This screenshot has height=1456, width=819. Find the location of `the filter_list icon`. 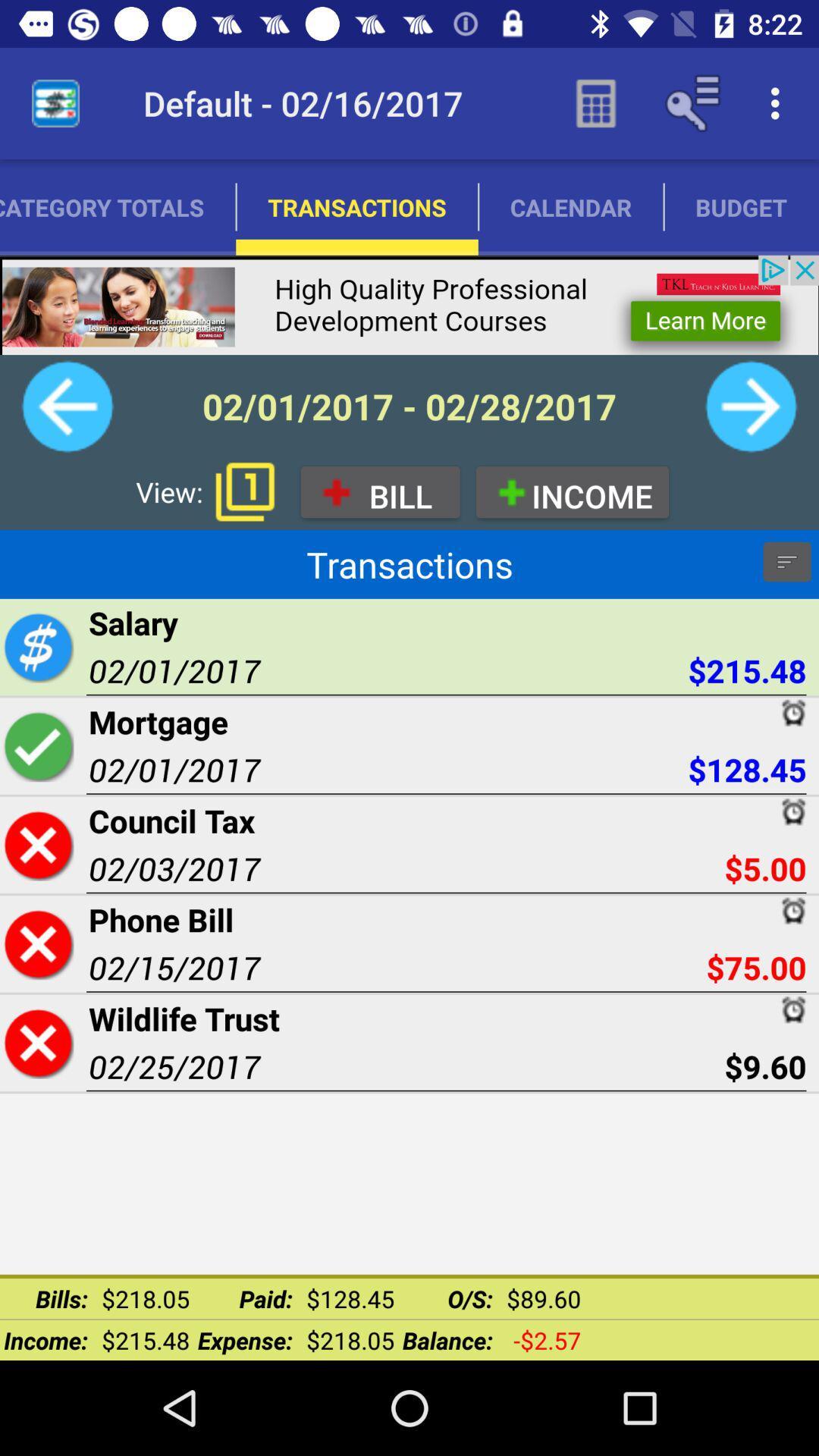

the filter_list icon is located at coordinates (786, 560).